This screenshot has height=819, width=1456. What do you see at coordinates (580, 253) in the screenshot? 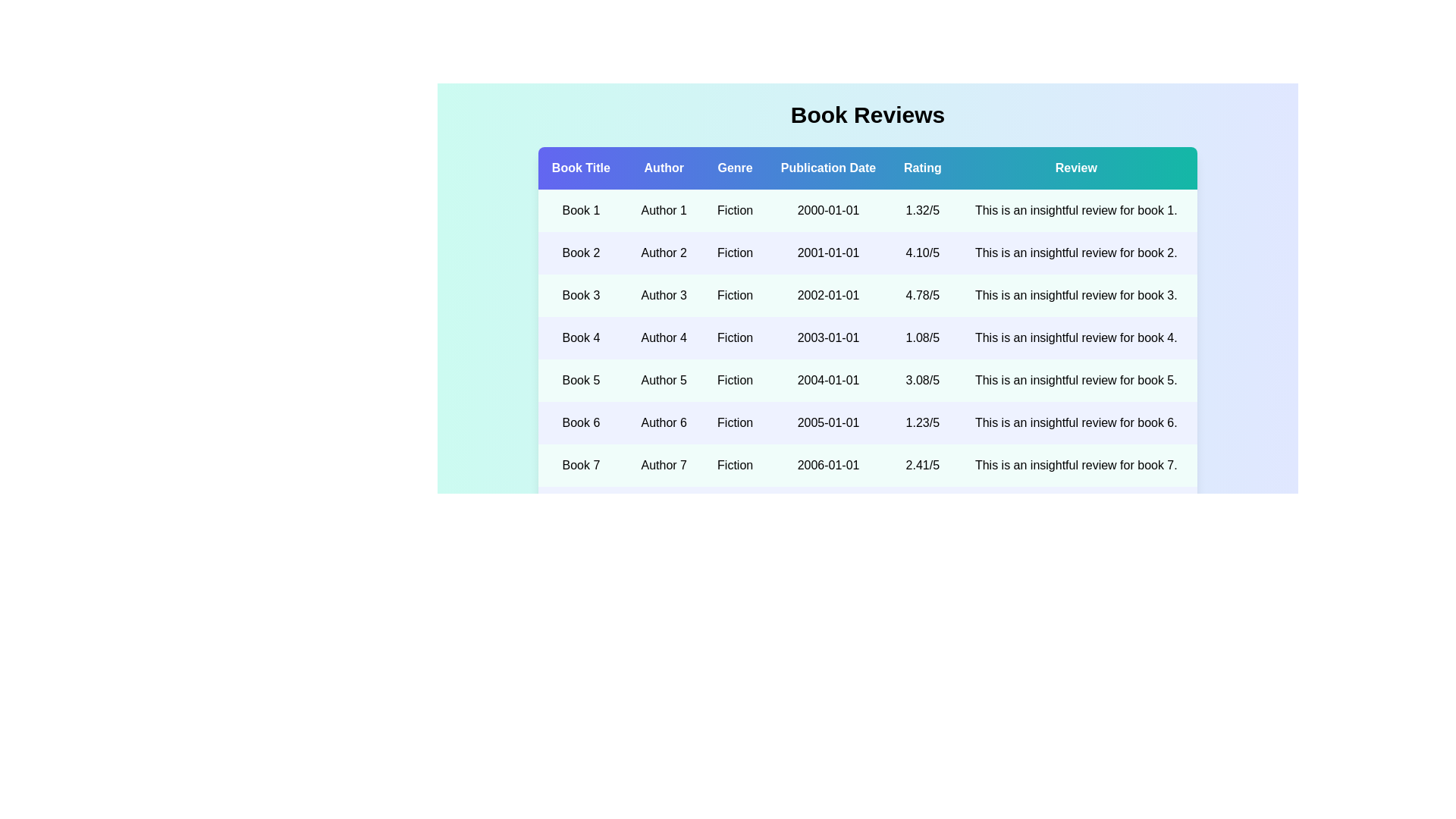
I see `the book title Book 2 to view its details` at bounding box center [580, 253].